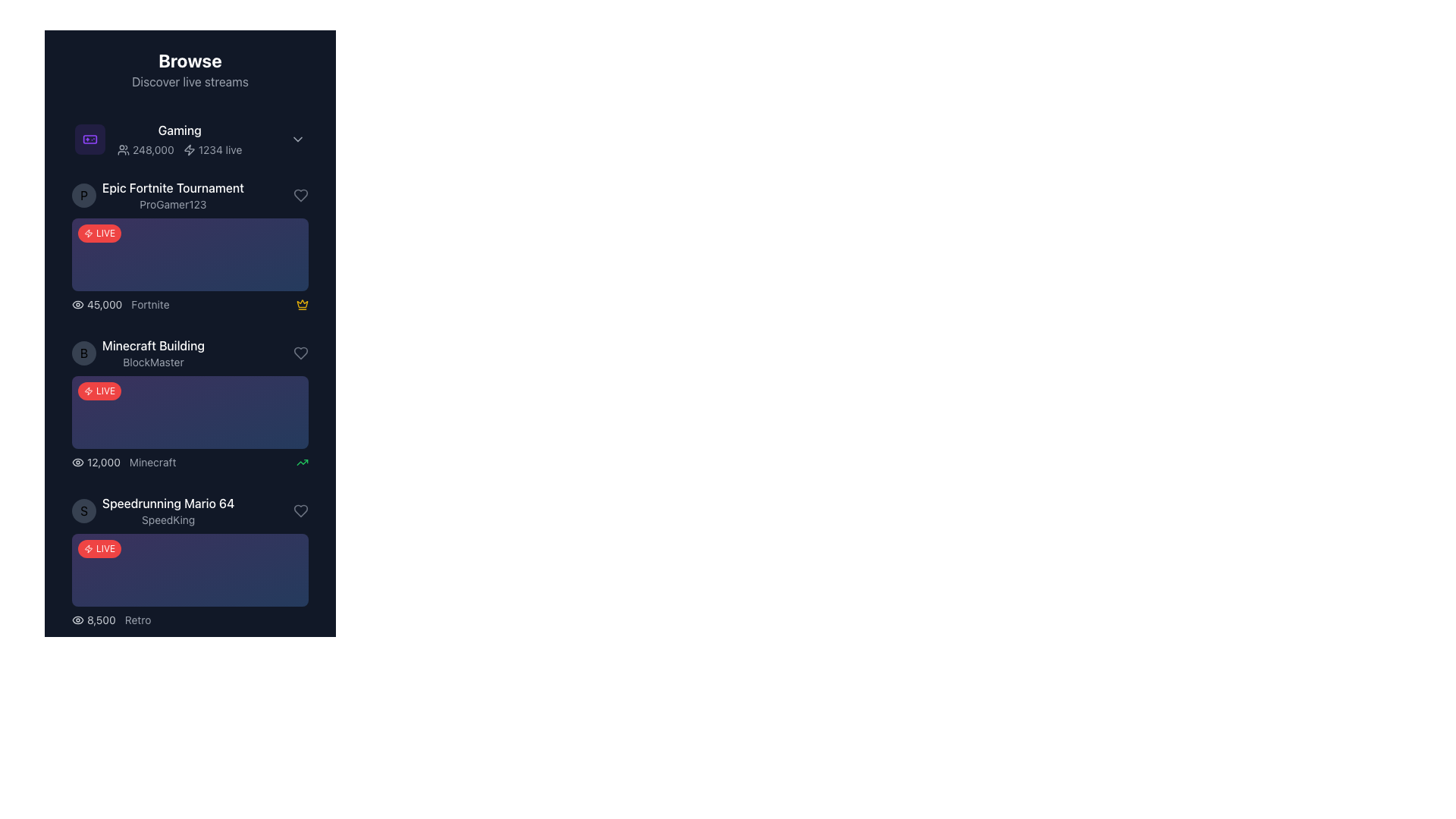  I want to click on the label indicating a thematic grouping located directly underneath 'Browse' and 'Discover live streams', which is the first word in the group containing '248,000', an icon, and '1234 live', so click(180, 130).